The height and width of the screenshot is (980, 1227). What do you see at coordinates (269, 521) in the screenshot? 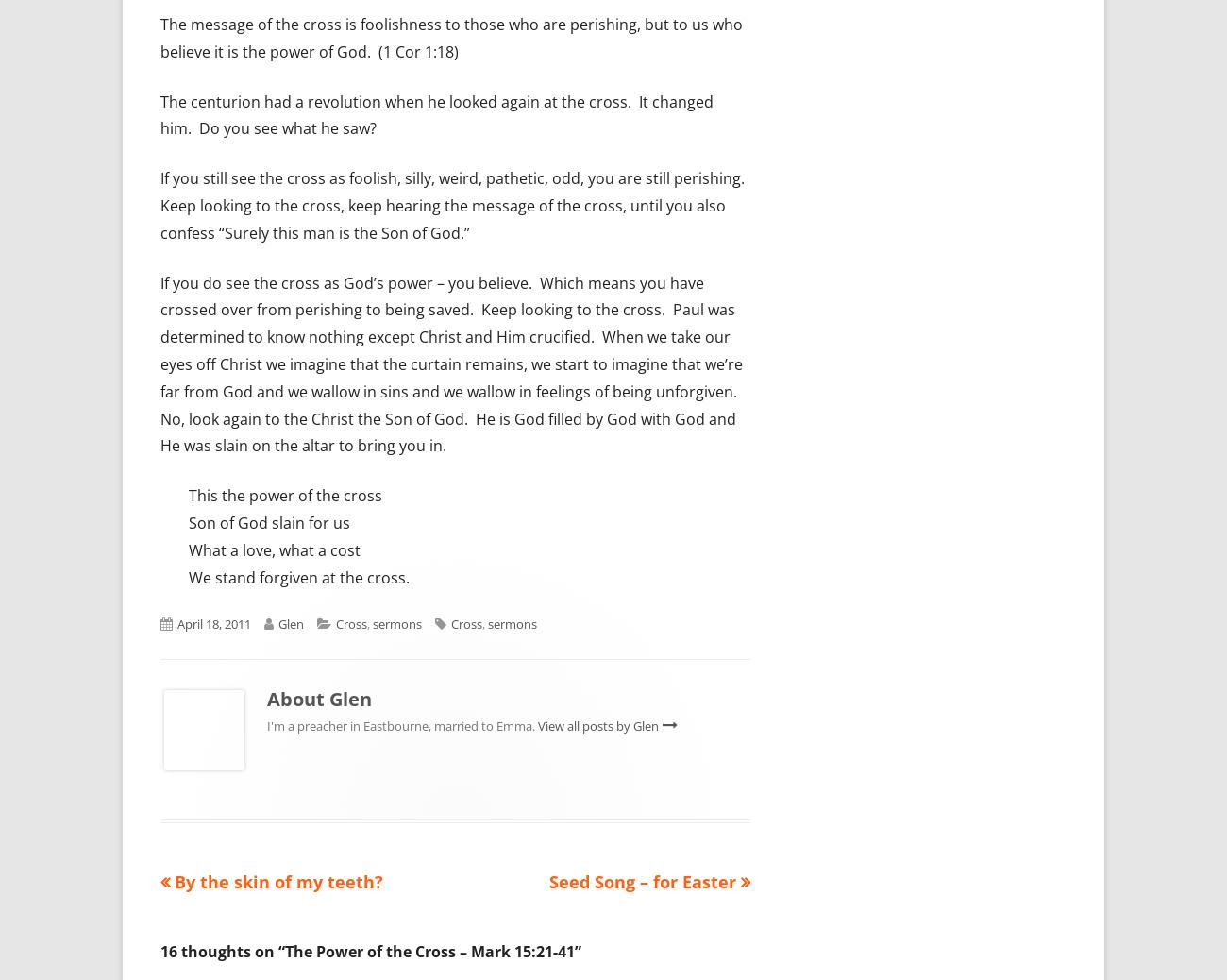
I see `'Son of God slain for us'` at bounding box center [269, 521].